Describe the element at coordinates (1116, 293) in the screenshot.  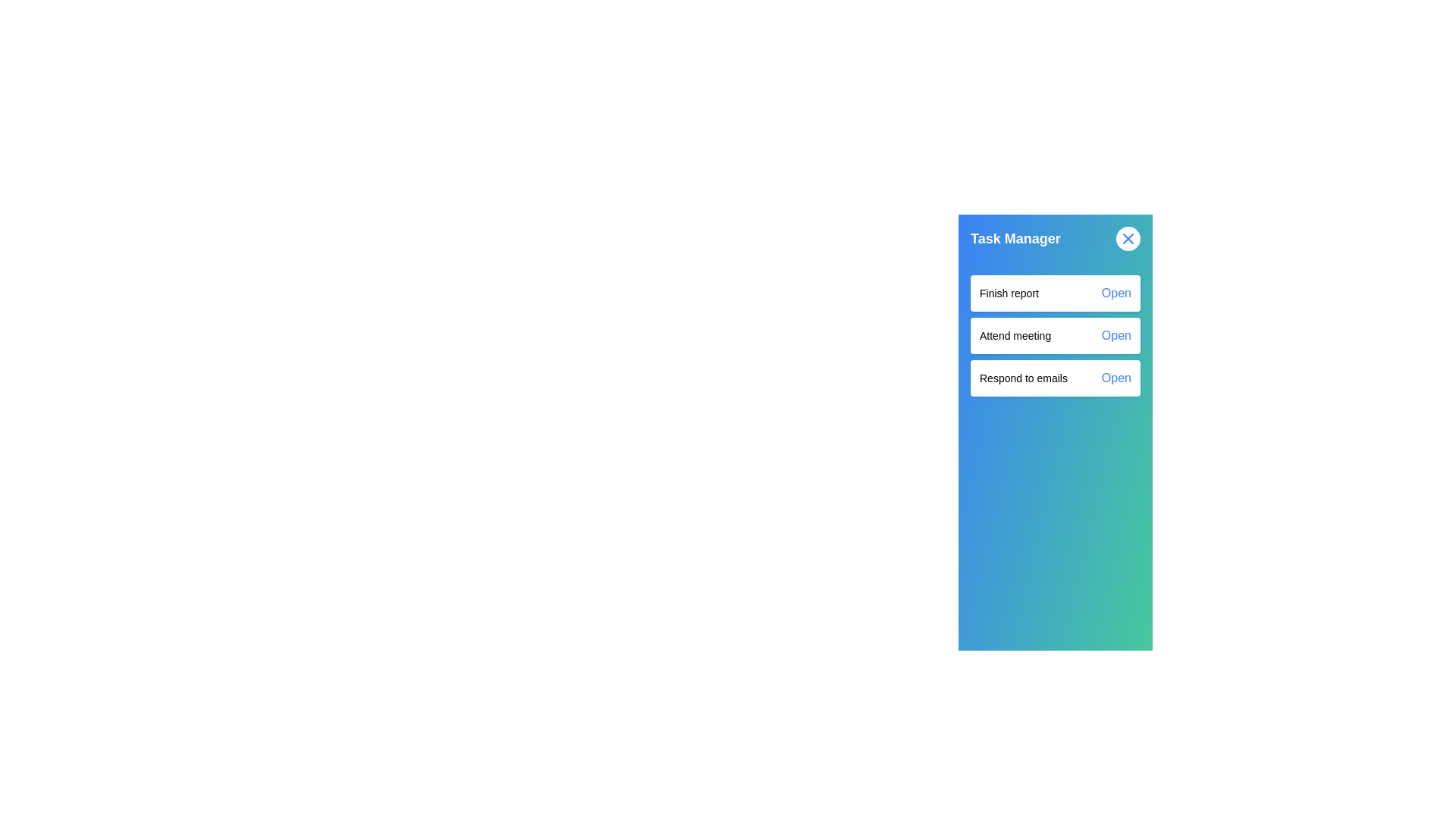
I see `the 'Open' hyperlink located on the right side of the 'Finish report' task in the task manager interface to initiate the action` at that location.